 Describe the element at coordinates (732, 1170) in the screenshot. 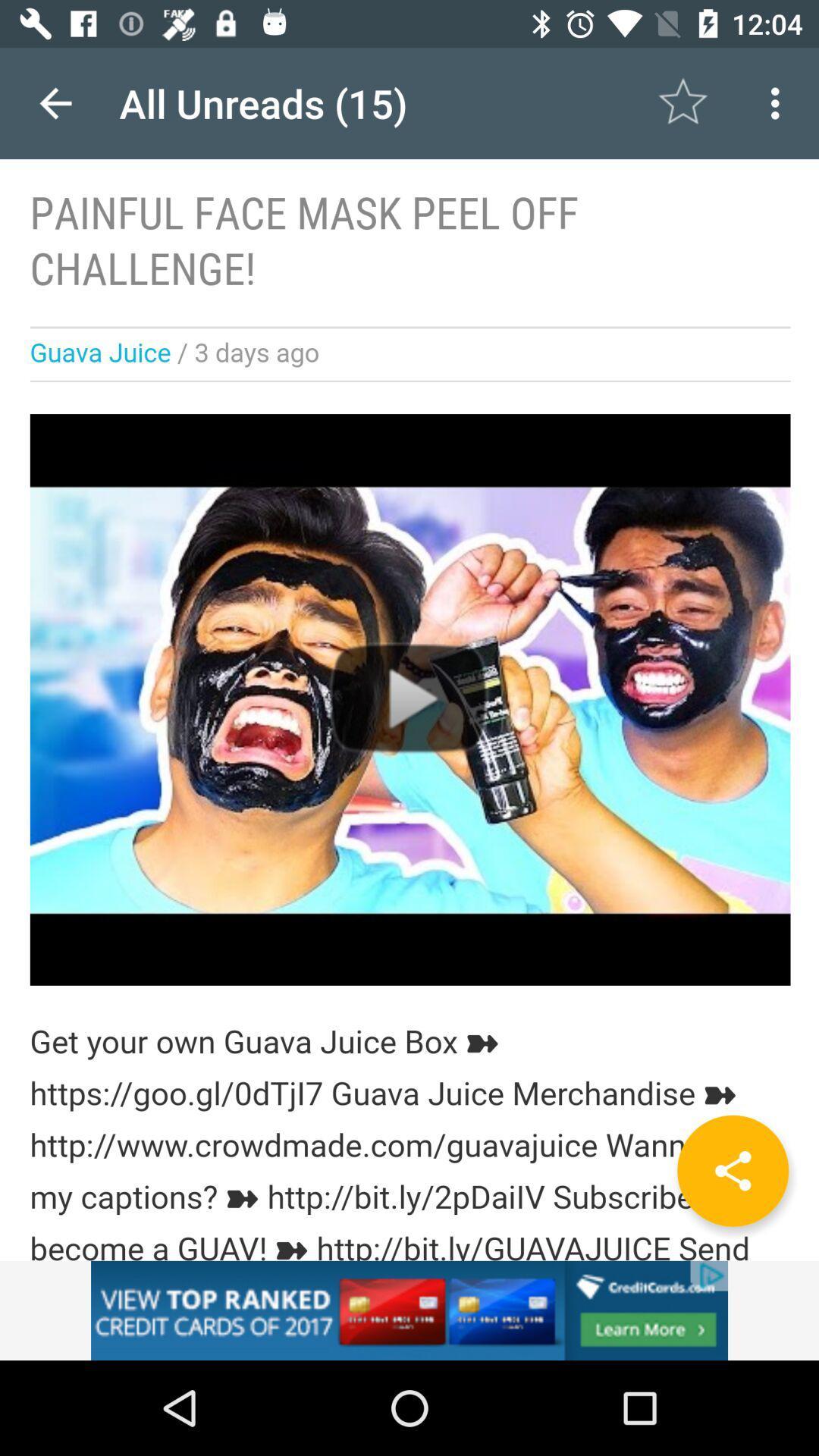

I see `share link` at that location.